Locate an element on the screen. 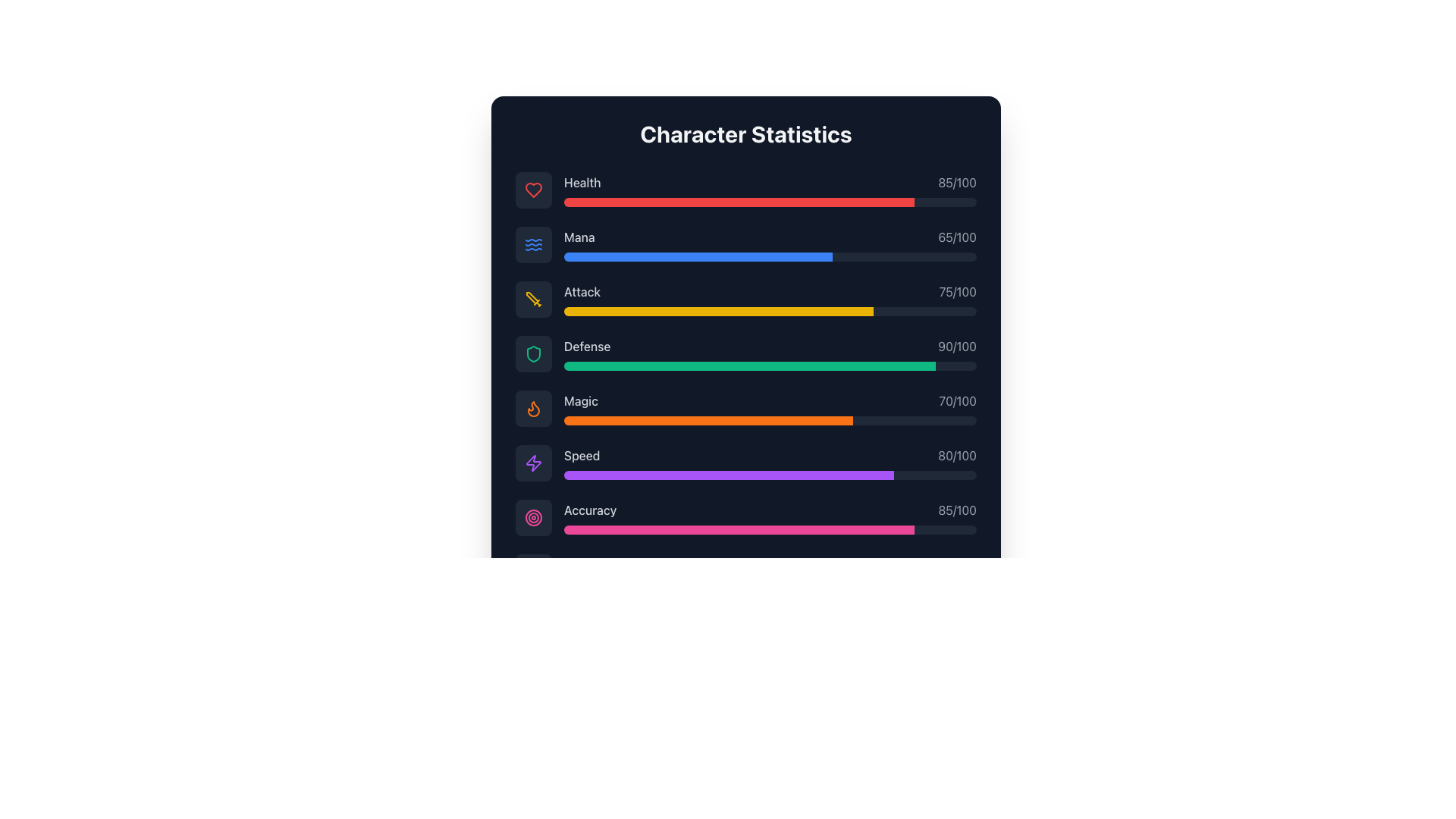 This screenshot has height=819, width=1456. the shield-shaped icon filled with a green stroke located next to the 'Defense' label in the character statistics interface, as it has interactive functionality is located at coordinates (534, 353).